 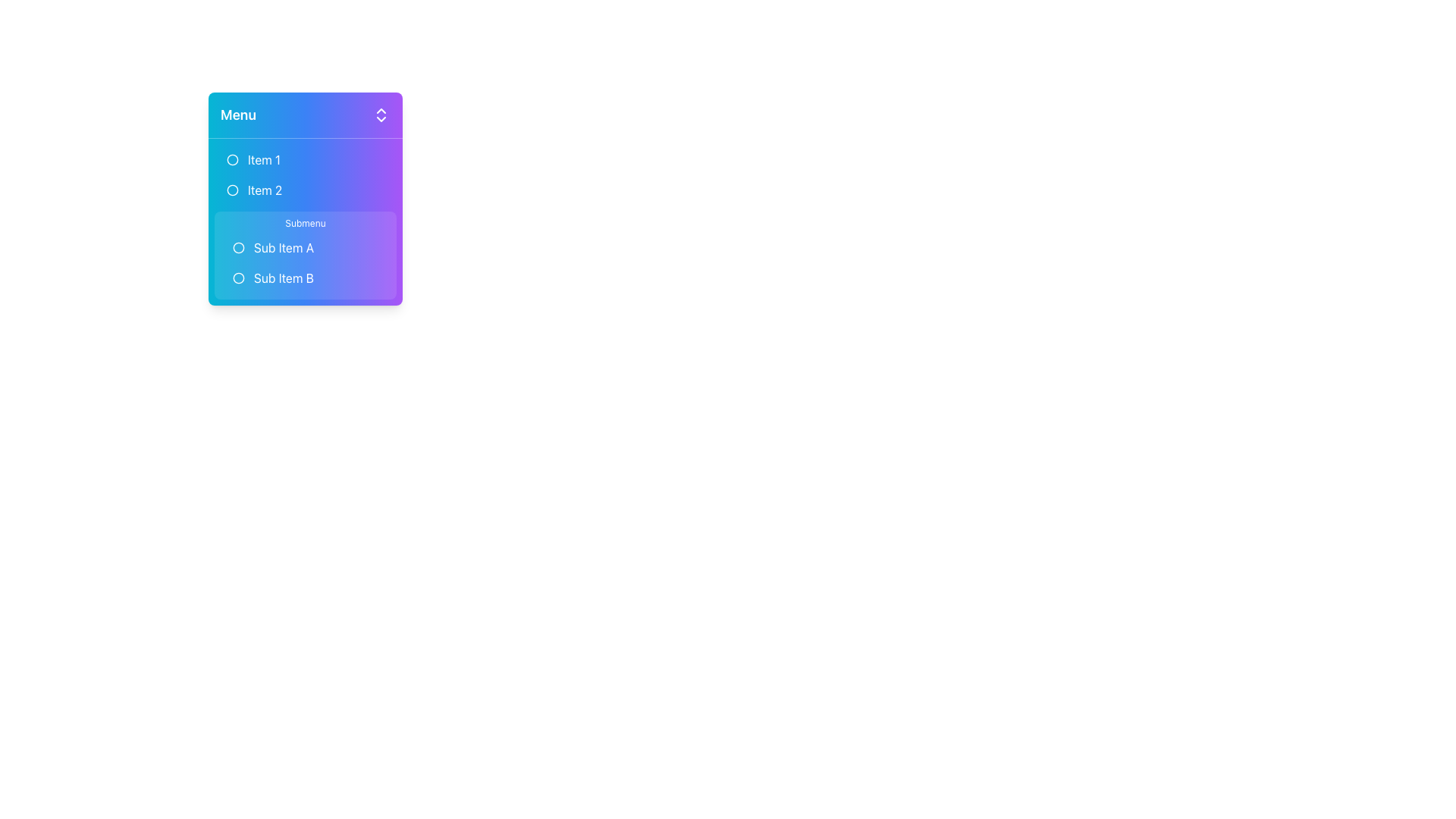 I want to click on the toggle icon located in the top-right corner of the header section labeled 'Menu', so click(x=381, y=114).